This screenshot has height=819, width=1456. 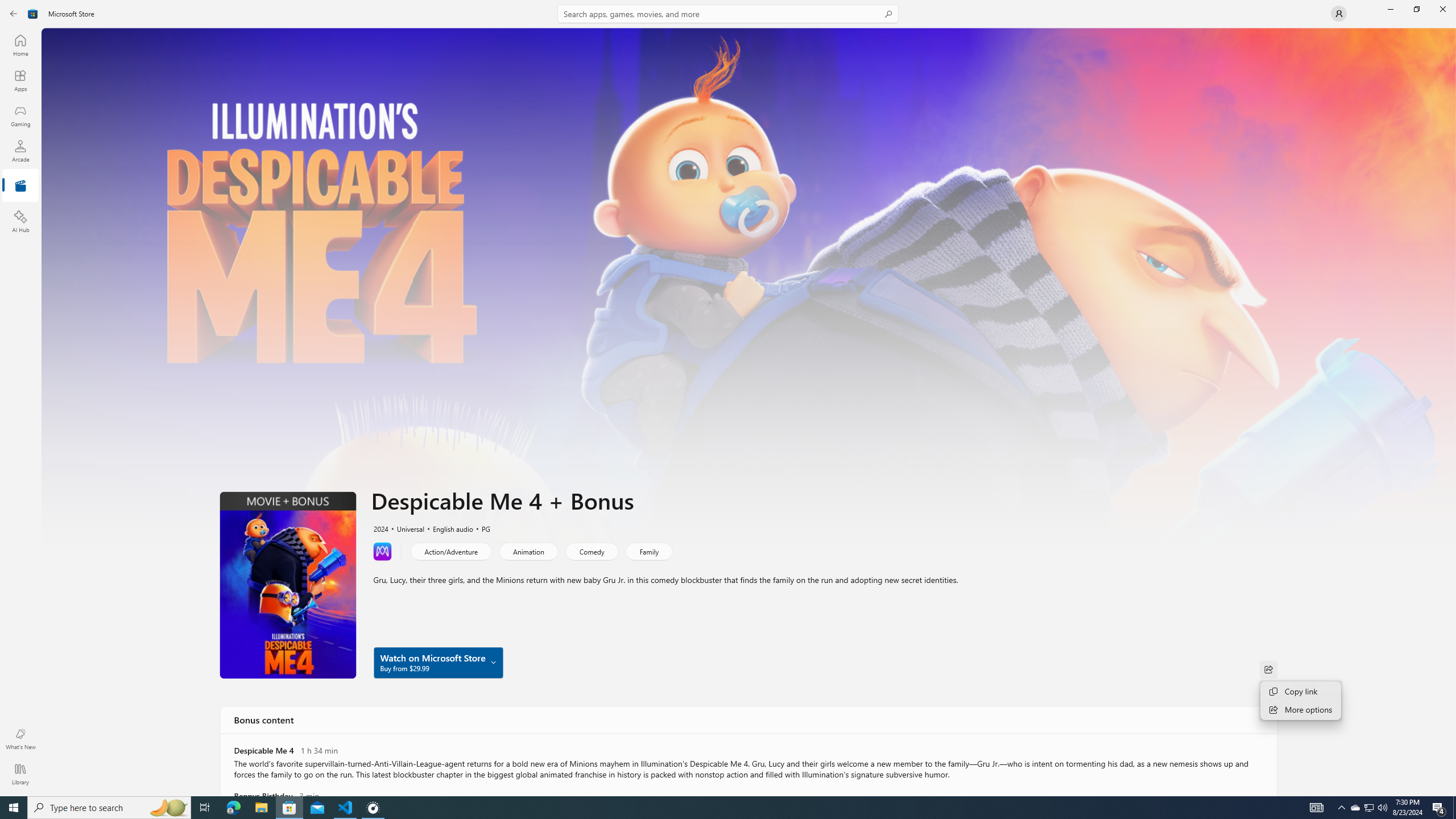 I want to click on 'User profile', so click(x=1338, y=13).